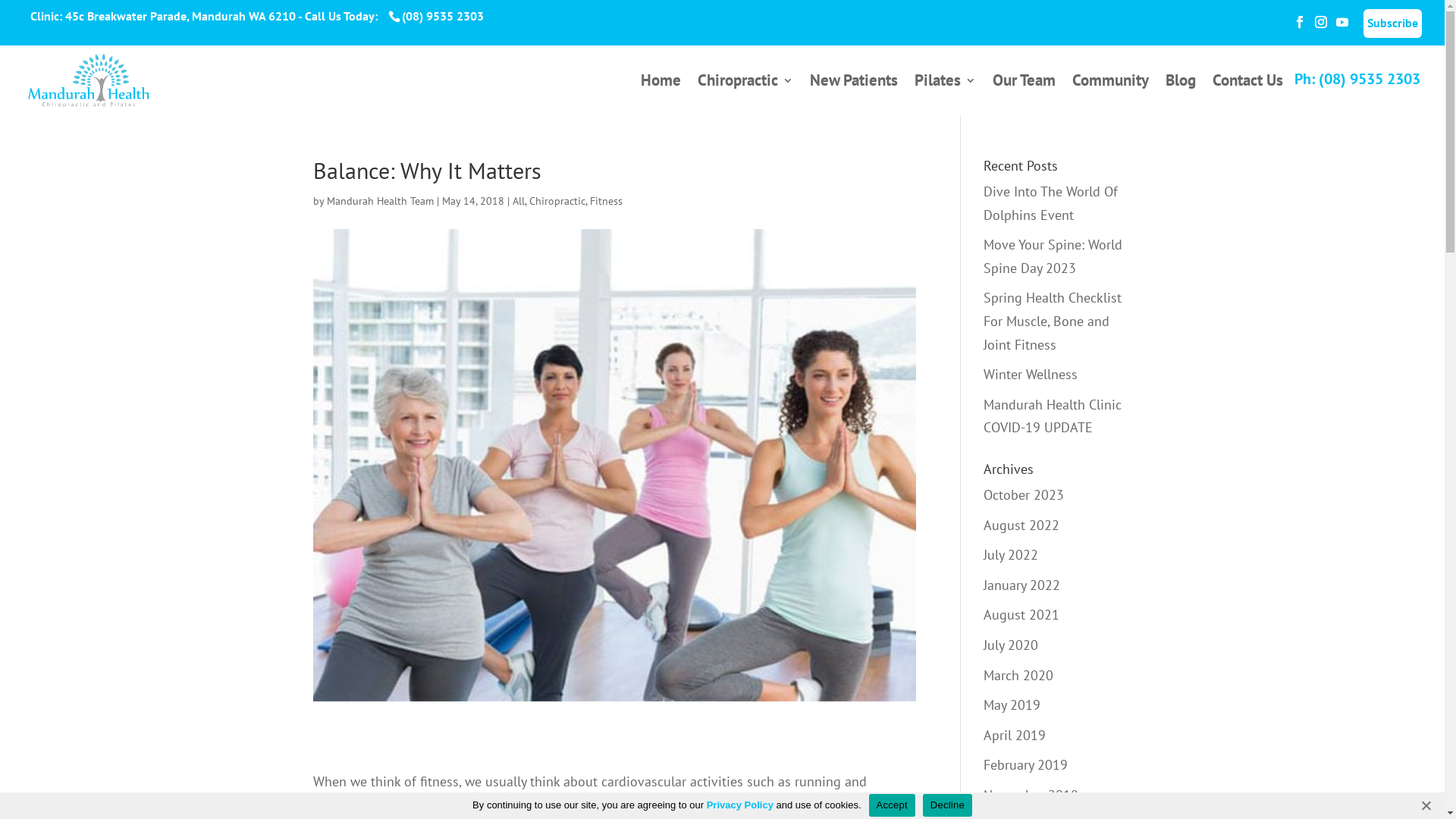 The width and height of the screenshot is (1456, 819). What do you see at coordinates (1024, 95) in the screenshot?
I see `'Our Team'` at bounding box center [1024, 95].